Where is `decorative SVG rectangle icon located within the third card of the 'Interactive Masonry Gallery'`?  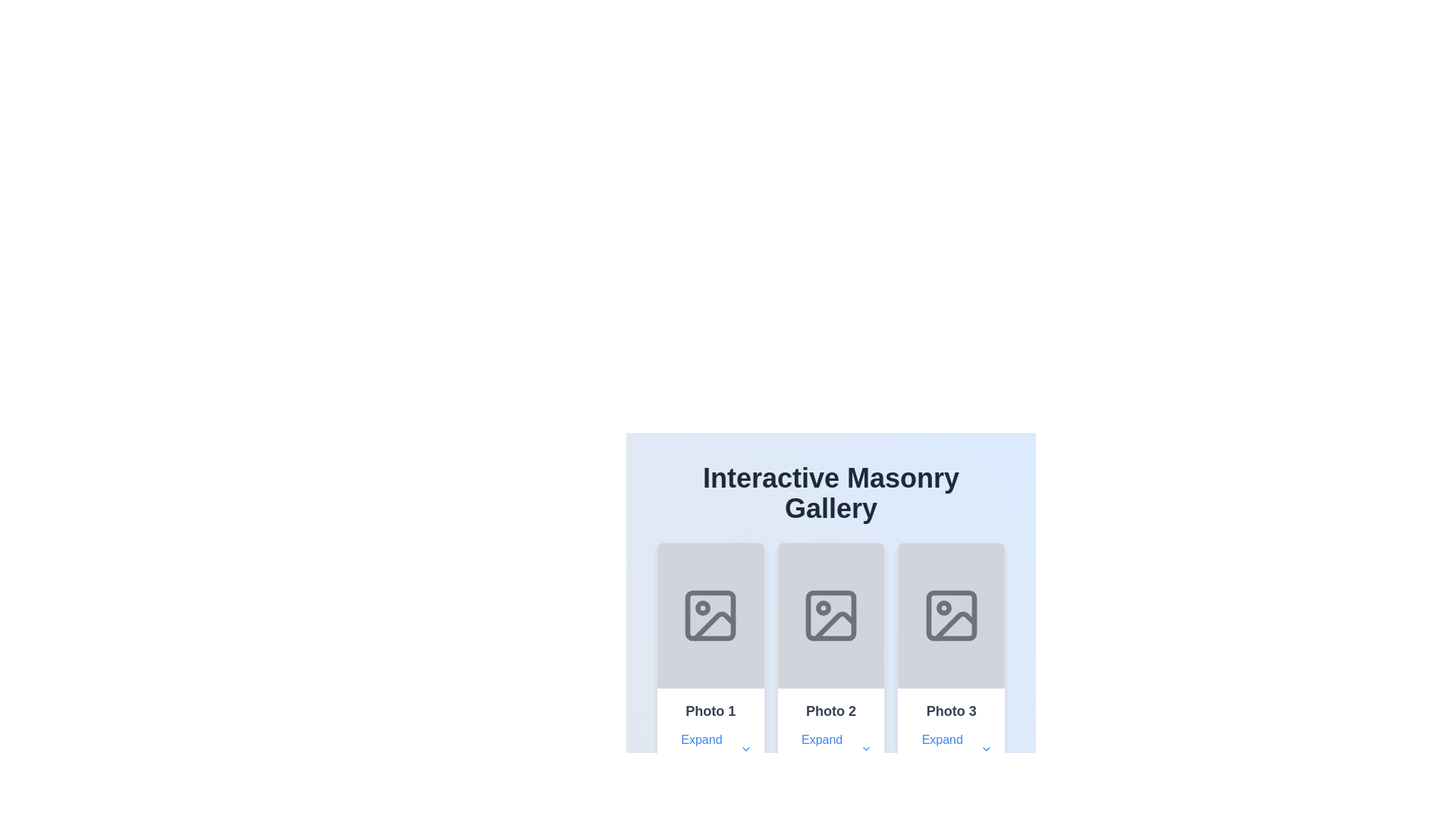
decorative SVG rectangle icon located within the third card of the 'Interactive Masonry Gallery' is located at coordinates (950, 616).